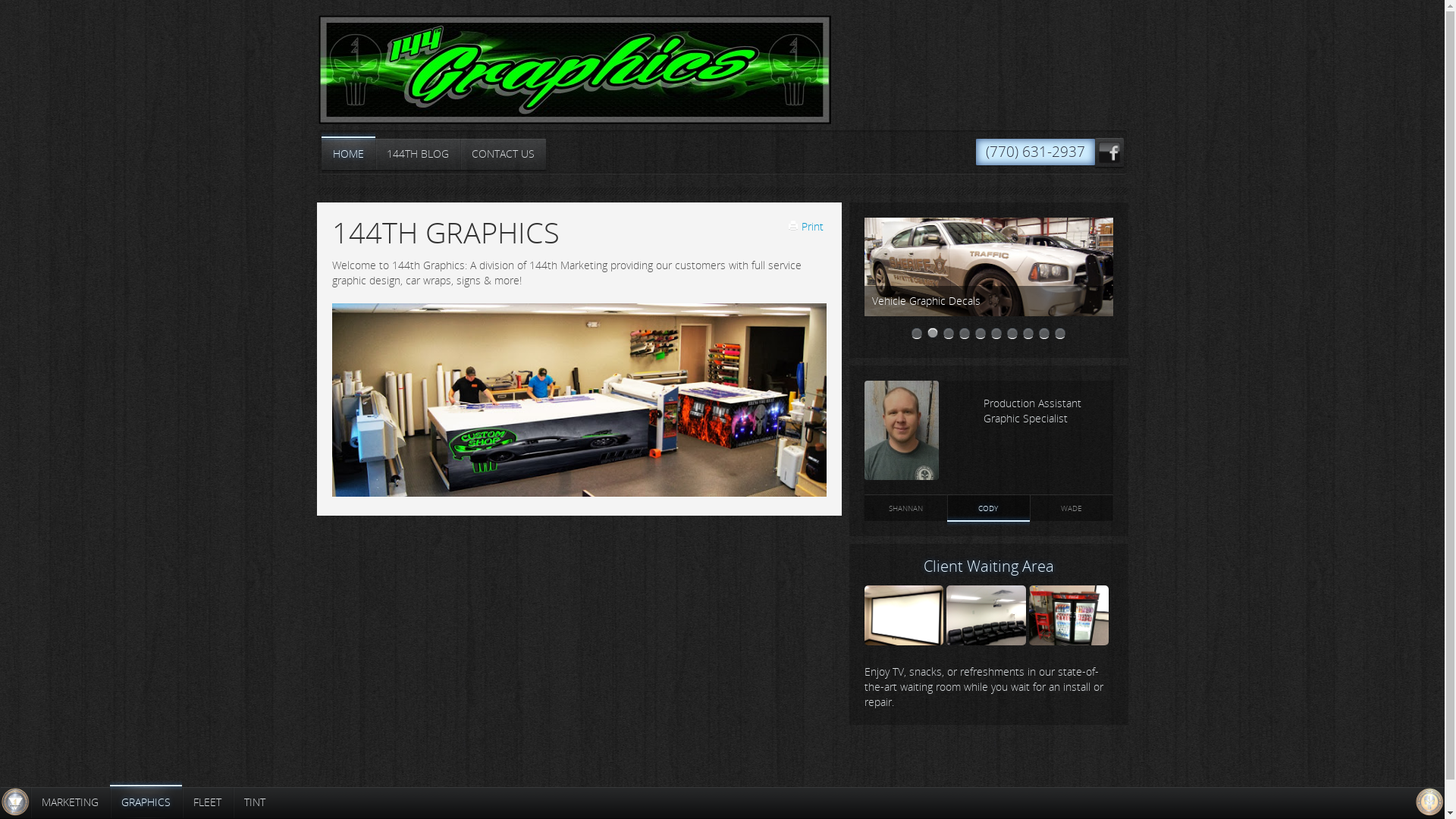 The image size is (1456, 819). What do you see at coordinates (805, 226) in the screenshot?
I see `' Print '` at bounding box center [805, 226].